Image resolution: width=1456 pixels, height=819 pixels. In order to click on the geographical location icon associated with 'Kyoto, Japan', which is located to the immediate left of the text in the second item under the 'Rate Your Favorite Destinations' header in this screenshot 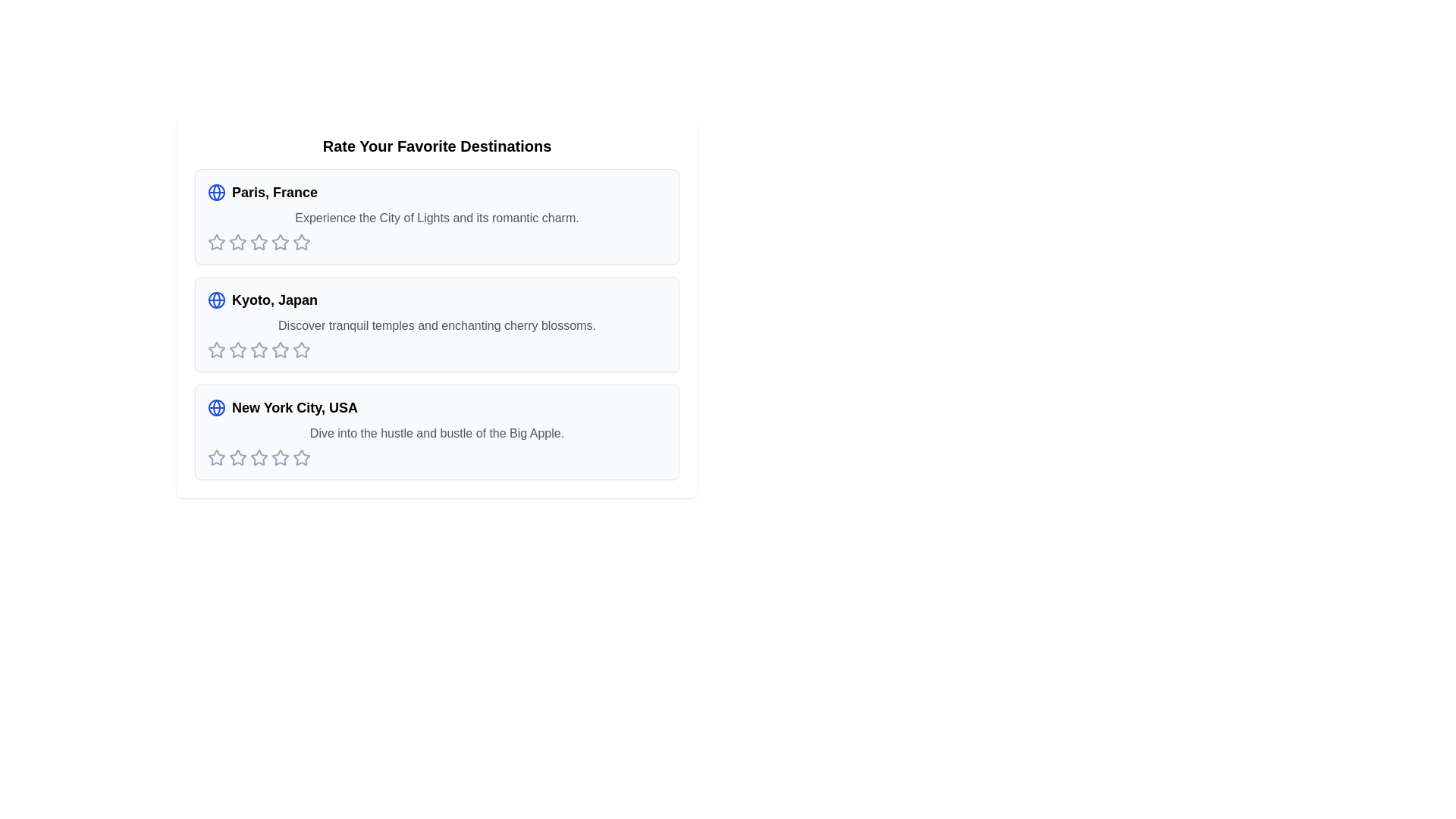, I will do `click(216, 300)`.